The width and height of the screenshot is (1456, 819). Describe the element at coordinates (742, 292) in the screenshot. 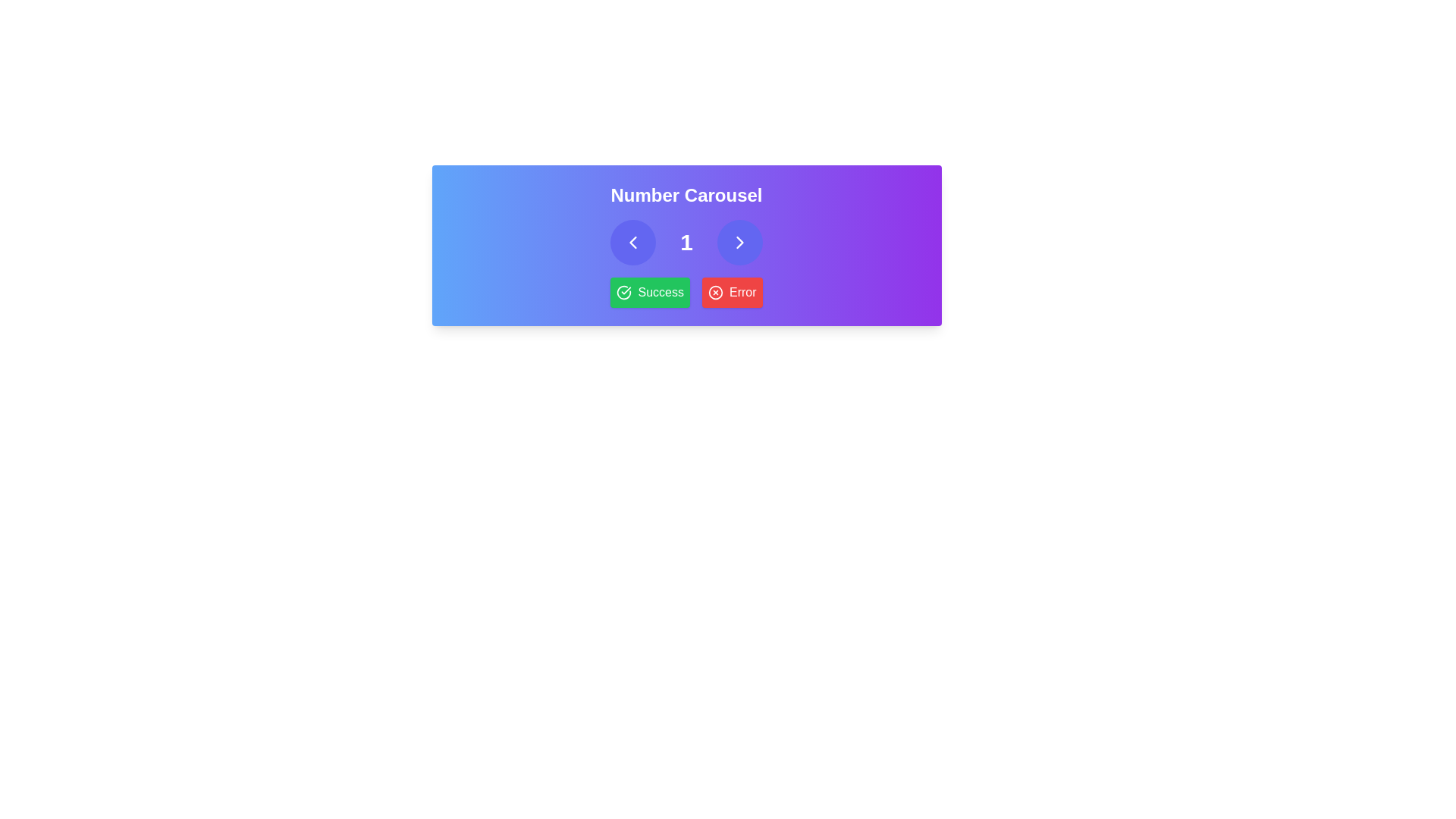

I see `the 'Error' static text component displayed in bold white font on a red background` at that location.